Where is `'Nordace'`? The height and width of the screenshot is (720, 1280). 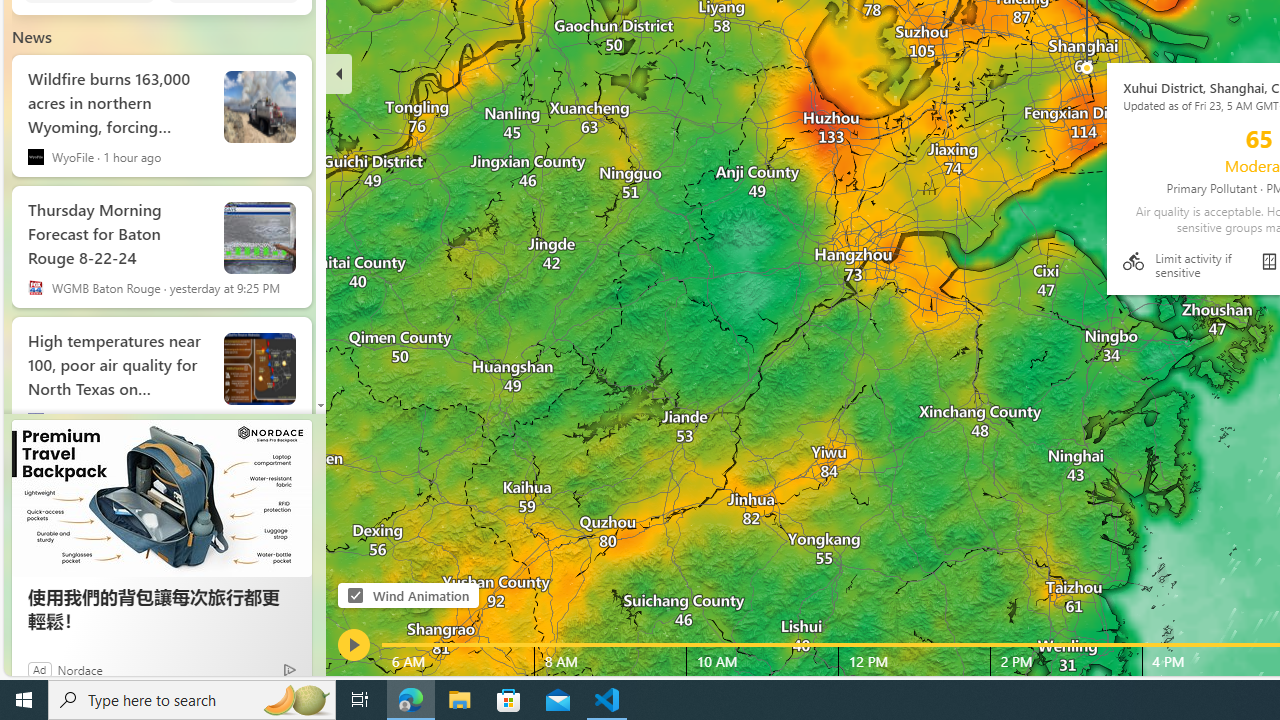 'Nordace' is located at coordinates (80, 669).